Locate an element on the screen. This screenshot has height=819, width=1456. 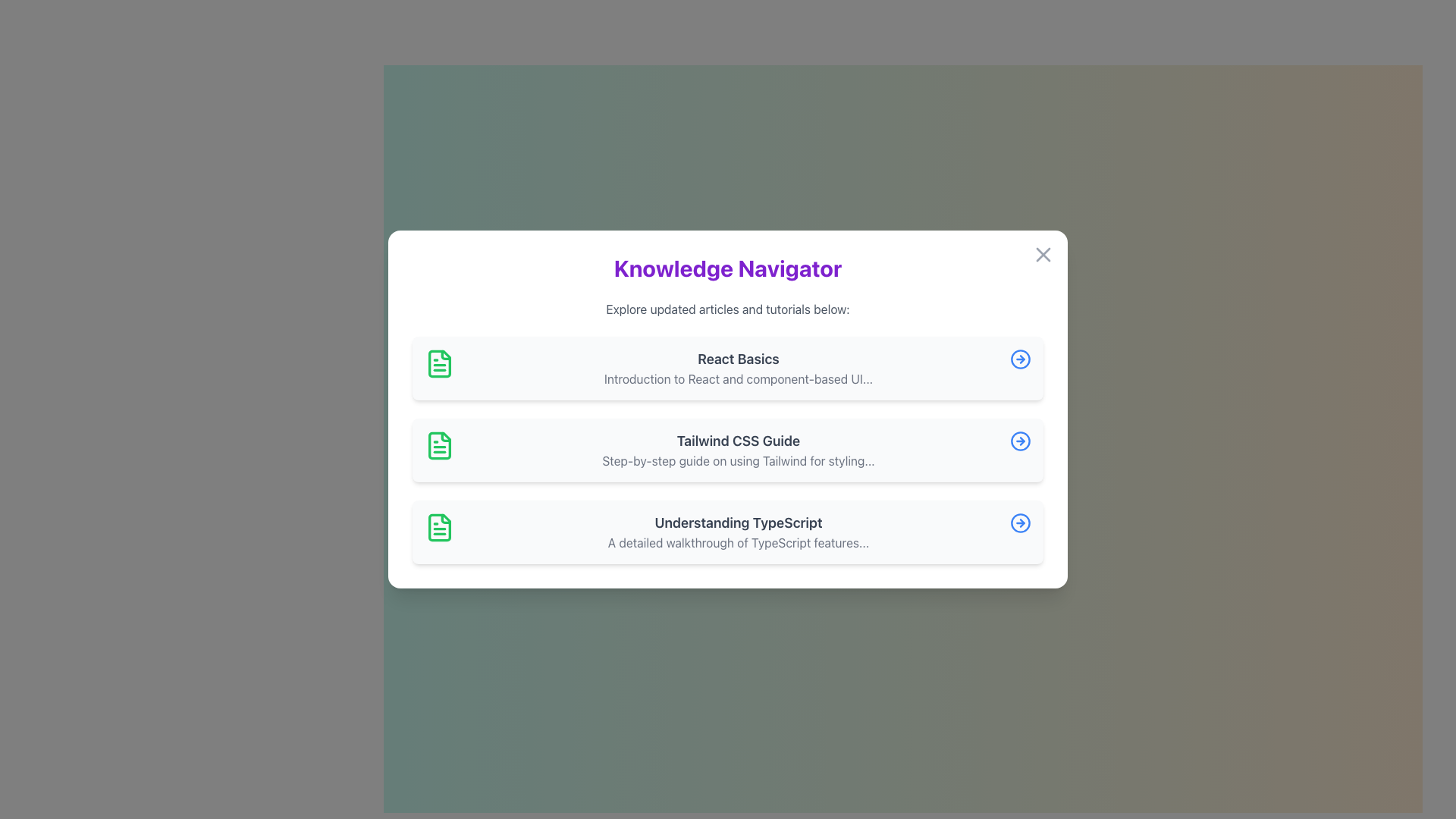
the blue right arrow icon enclosed within a circular border located in the 'Tailwind CSS Guide' row is located at coordinates (1020, 441).